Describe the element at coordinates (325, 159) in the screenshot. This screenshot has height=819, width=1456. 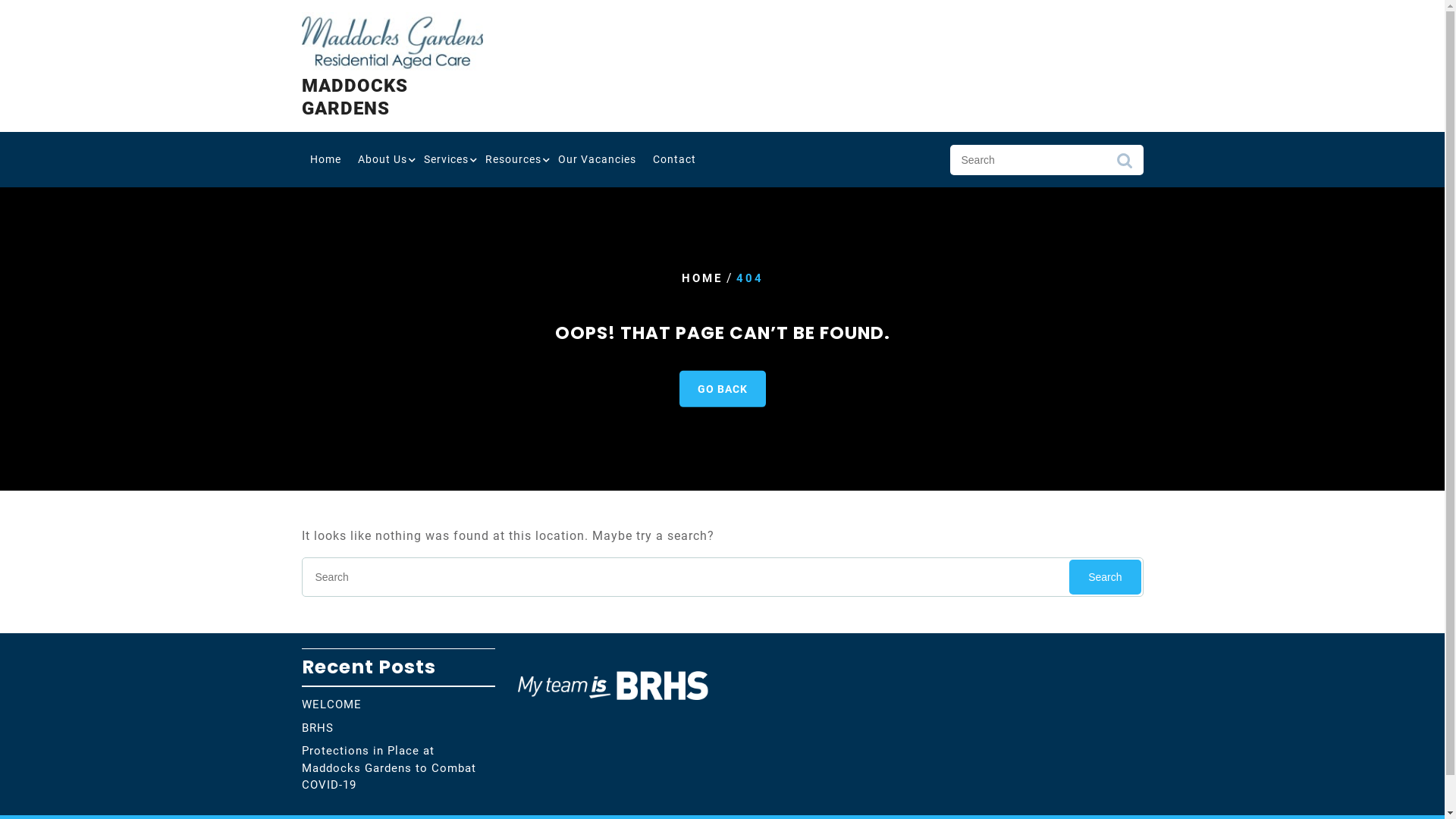
I see `'Home'` at that location.